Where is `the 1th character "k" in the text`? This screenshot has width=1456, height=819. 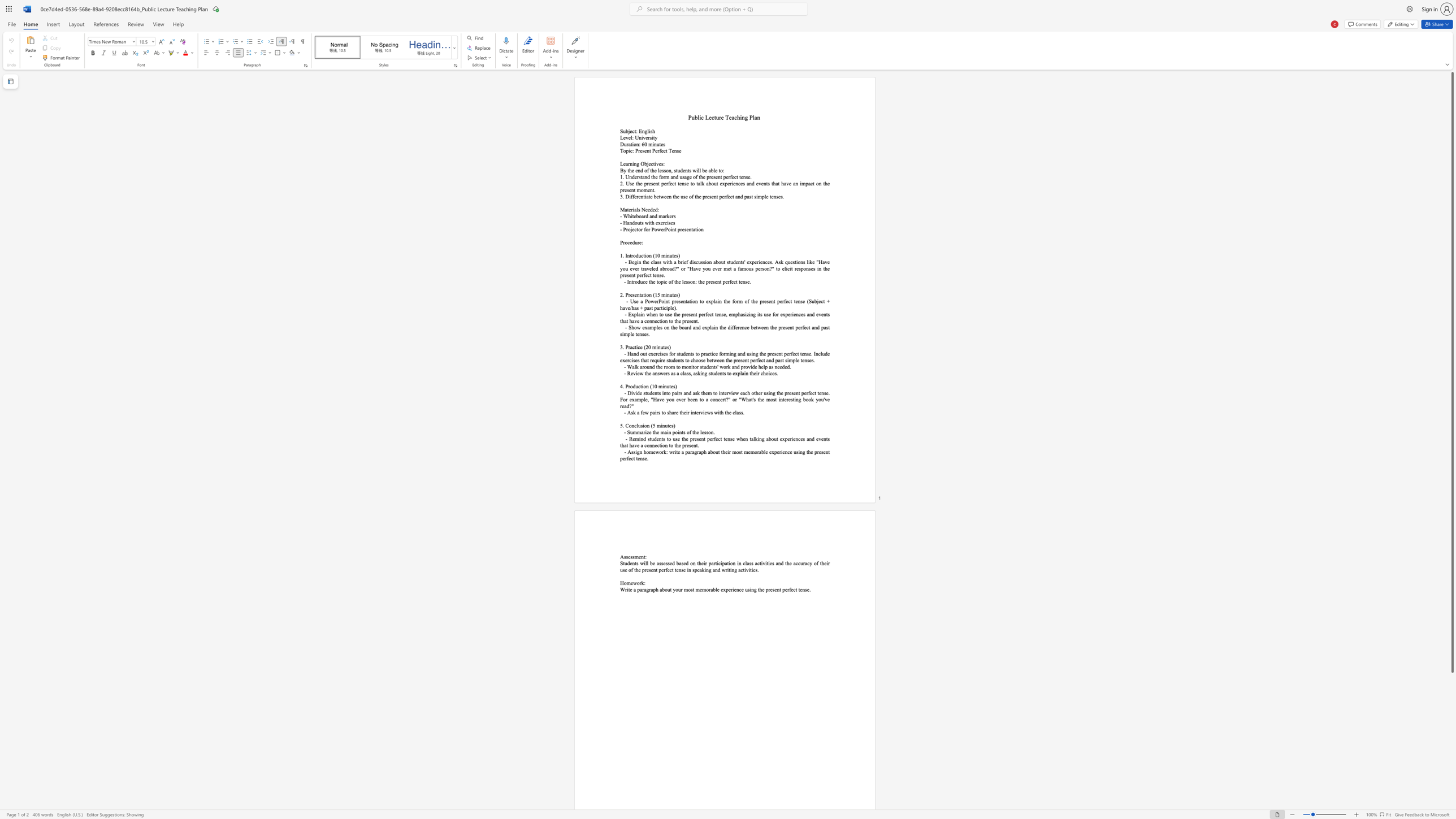 the 1th character "k" in the text is located at coordinates (702, 183).